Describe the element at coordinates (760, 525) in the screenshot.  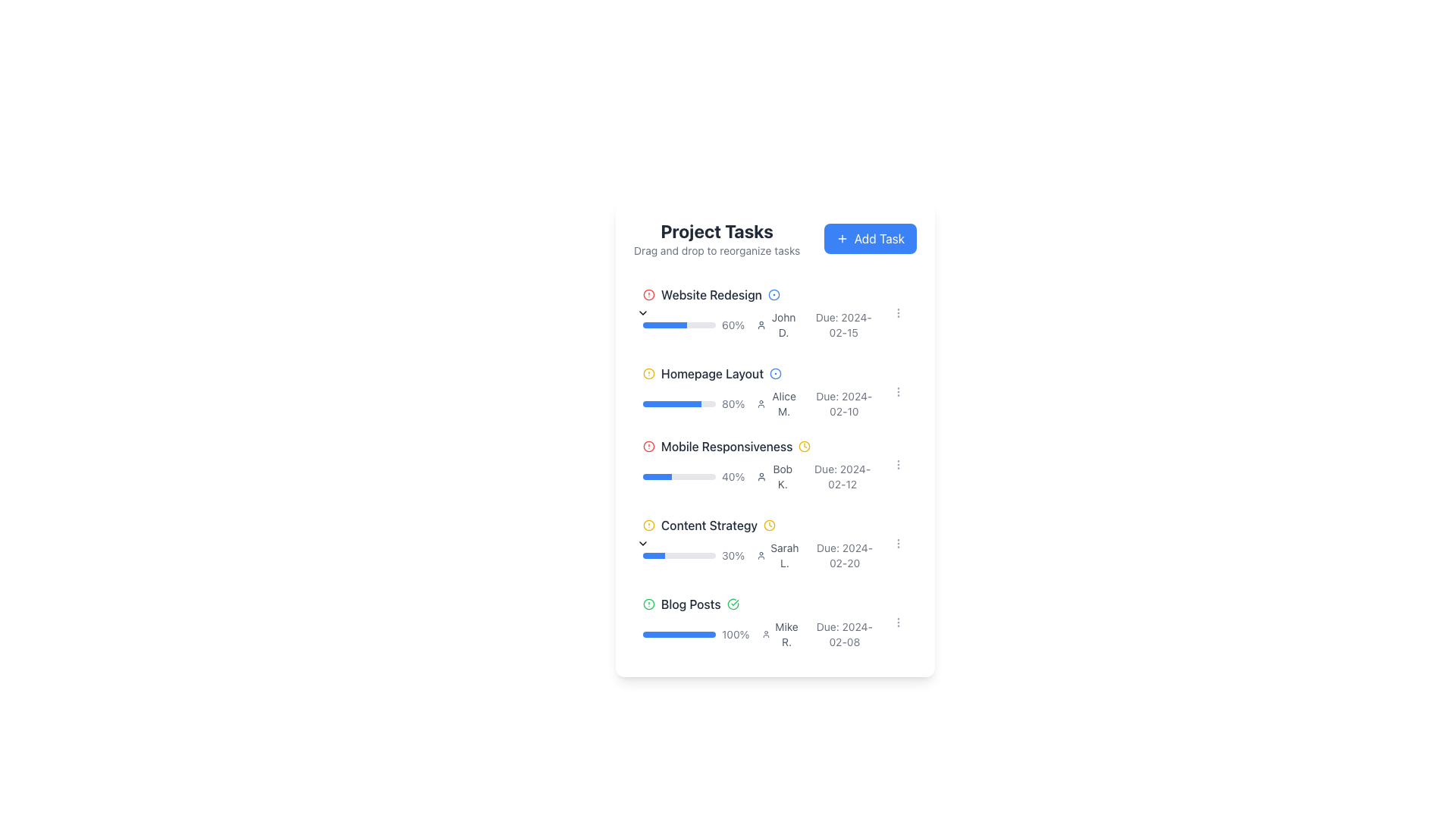
I see `the Task Label with Metadata that displays 'Content Strategy', which is the fourth task entry under 'Project Tasks'` at that location.